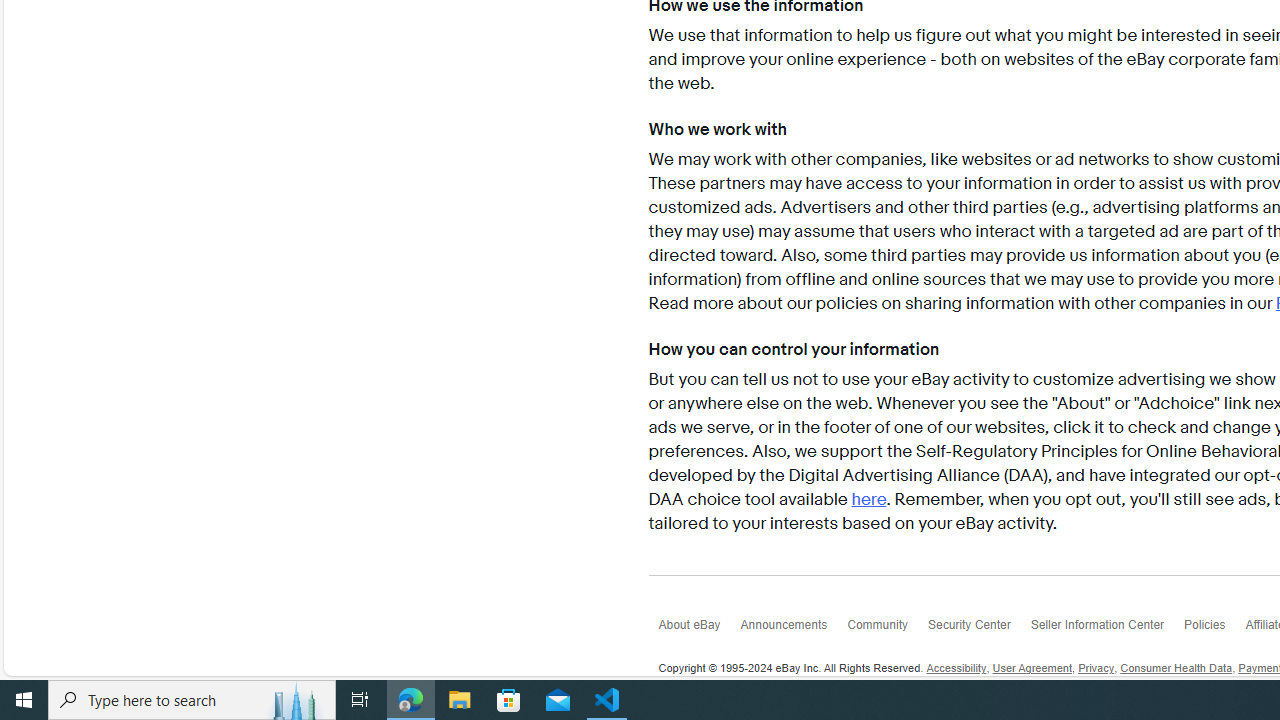  Describe the element at coordinates (1213, 630) in the screenshot. I see `'Policies'` at that location.